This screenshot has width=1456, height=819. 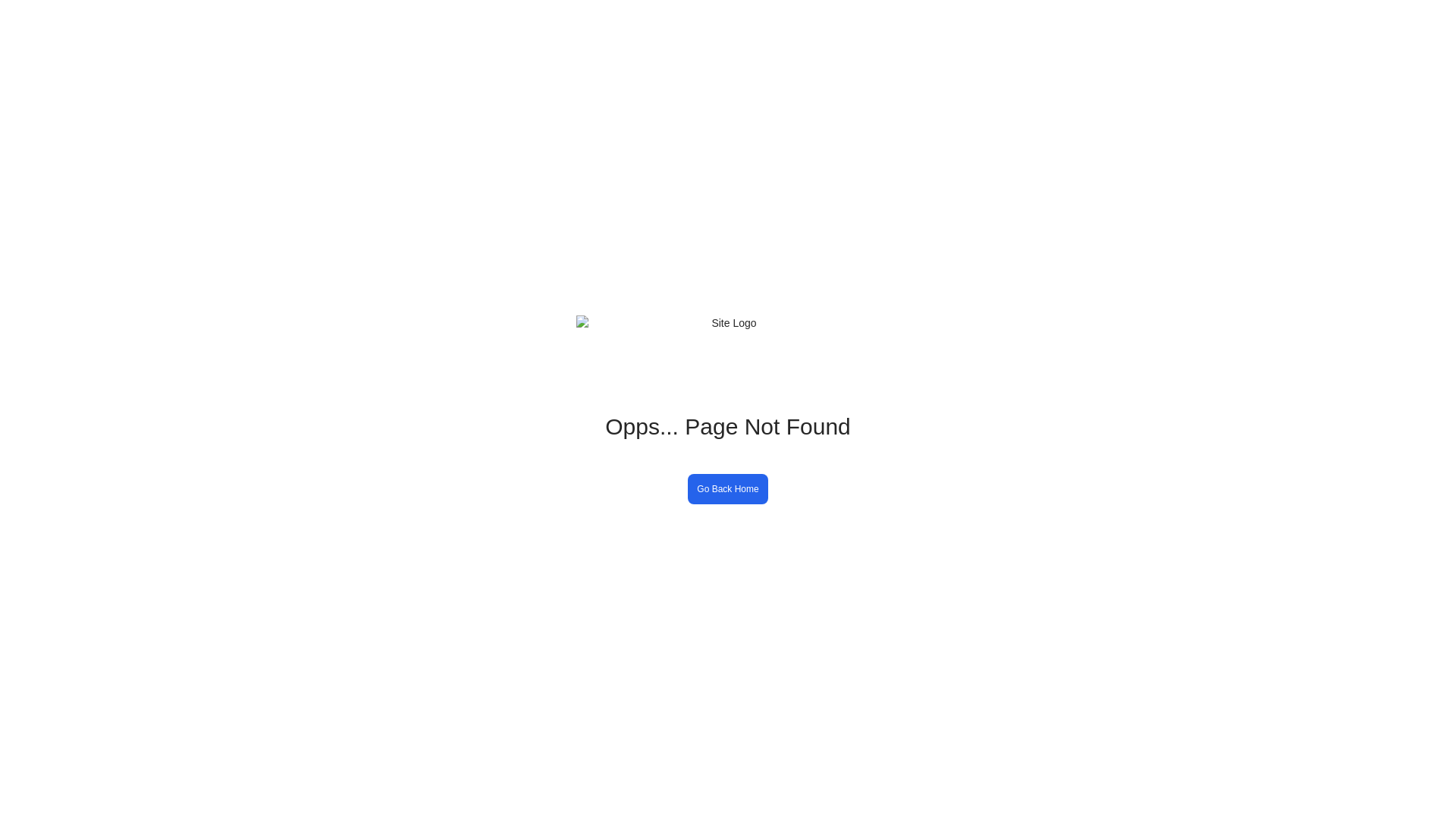 I want to click on 'Go Back Home', so click(x=726, y=488).